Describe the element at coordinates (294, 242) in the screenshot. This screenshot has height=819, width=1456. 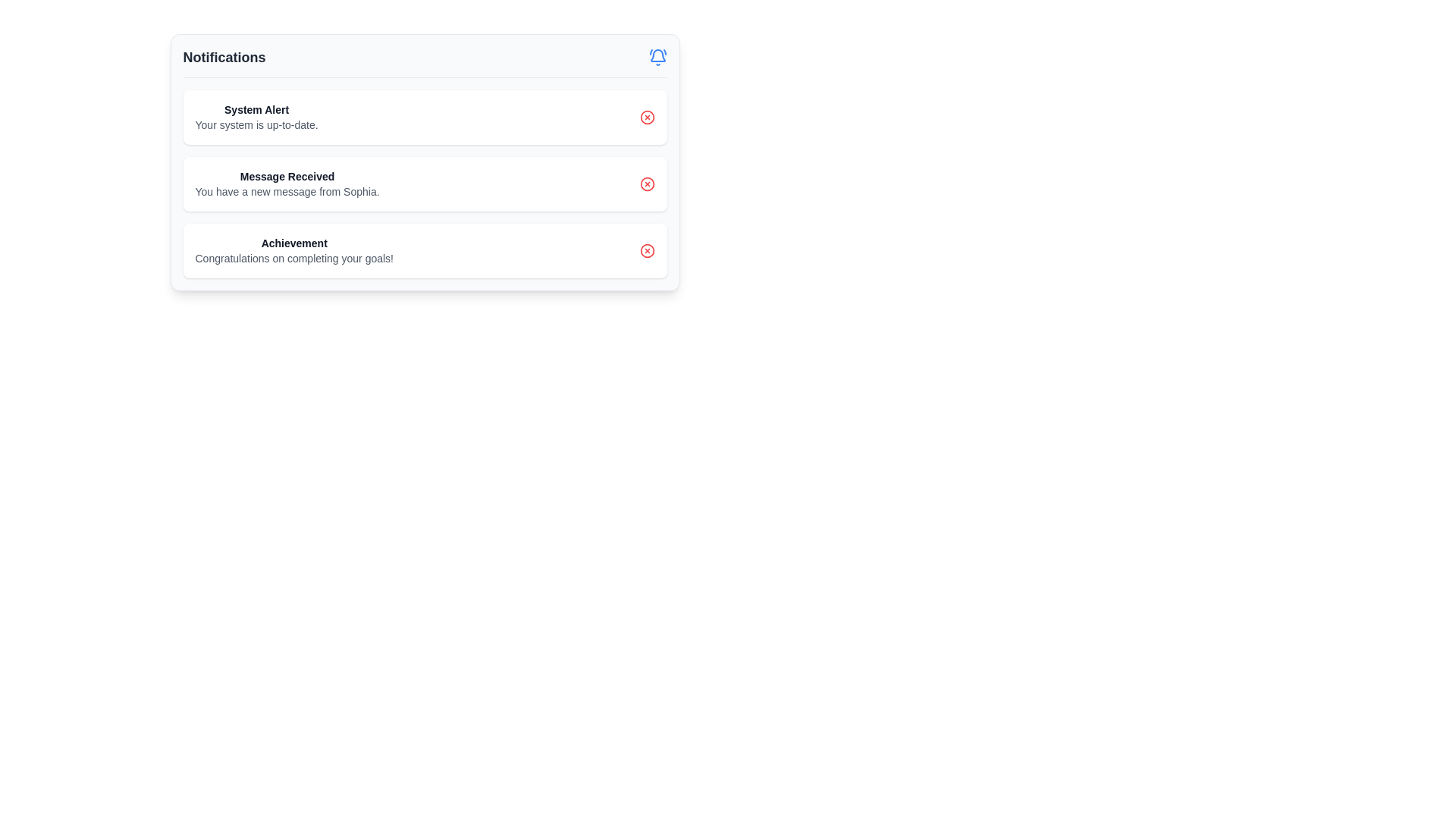
I see `the Text Label that acts as a header for the third notification card in the 'Notifications' panel, located above the message 'Congratulations on completing your goals!'` at that location.